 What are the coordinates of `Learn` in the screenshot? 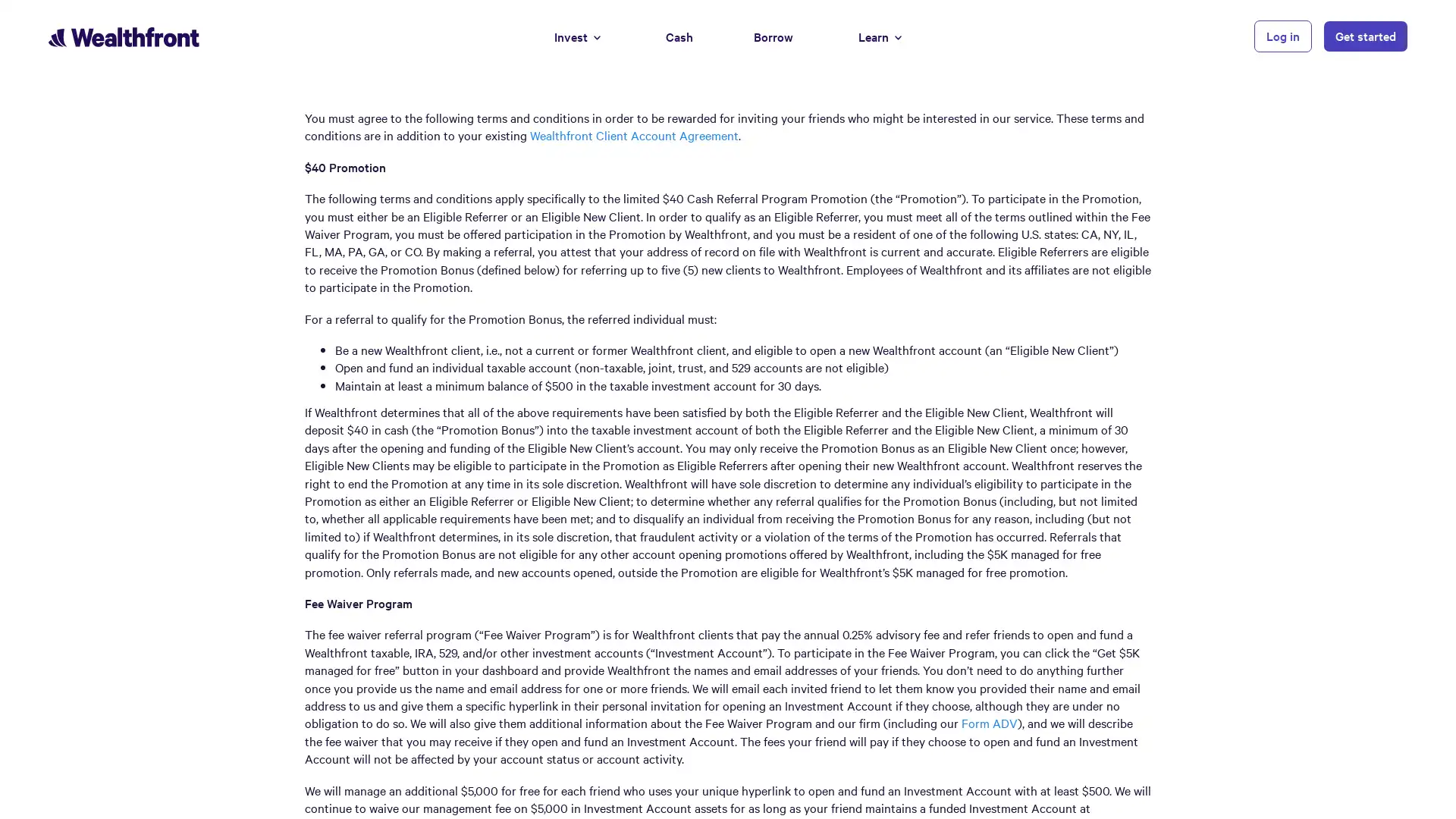 It's located at (880, 35).